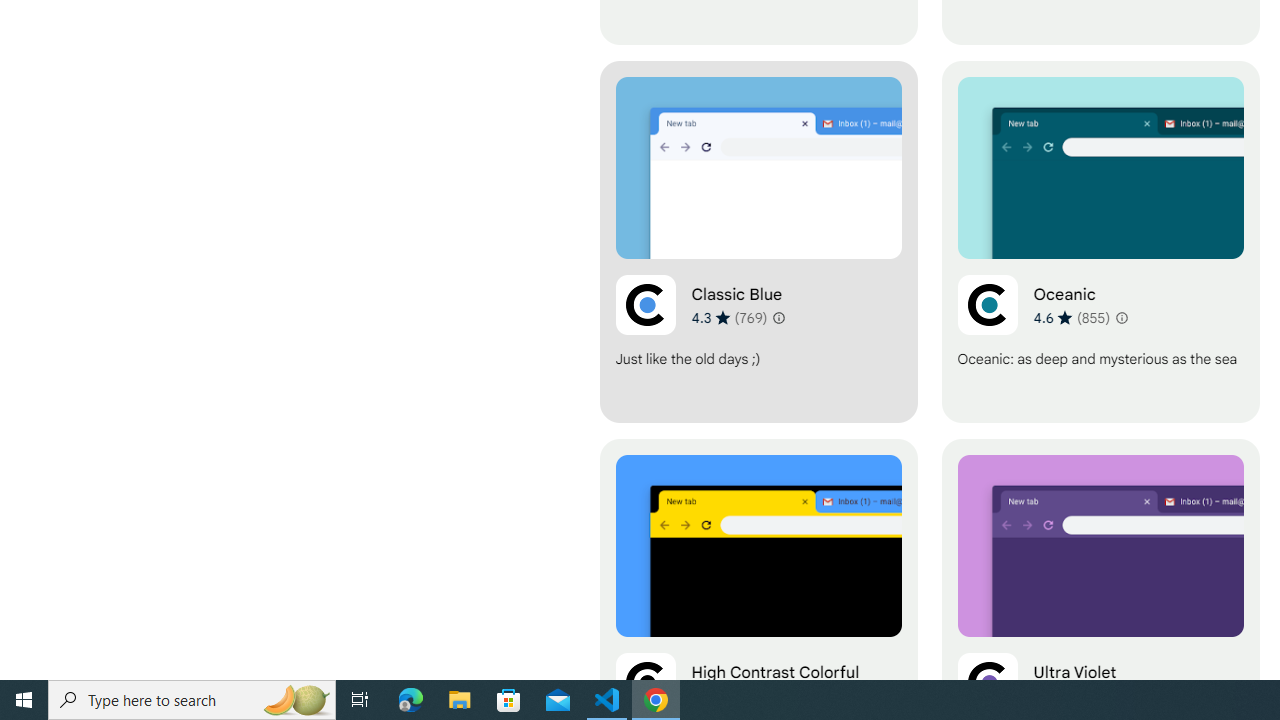  I want to click on 'Oceanic', so click(1099, 241).